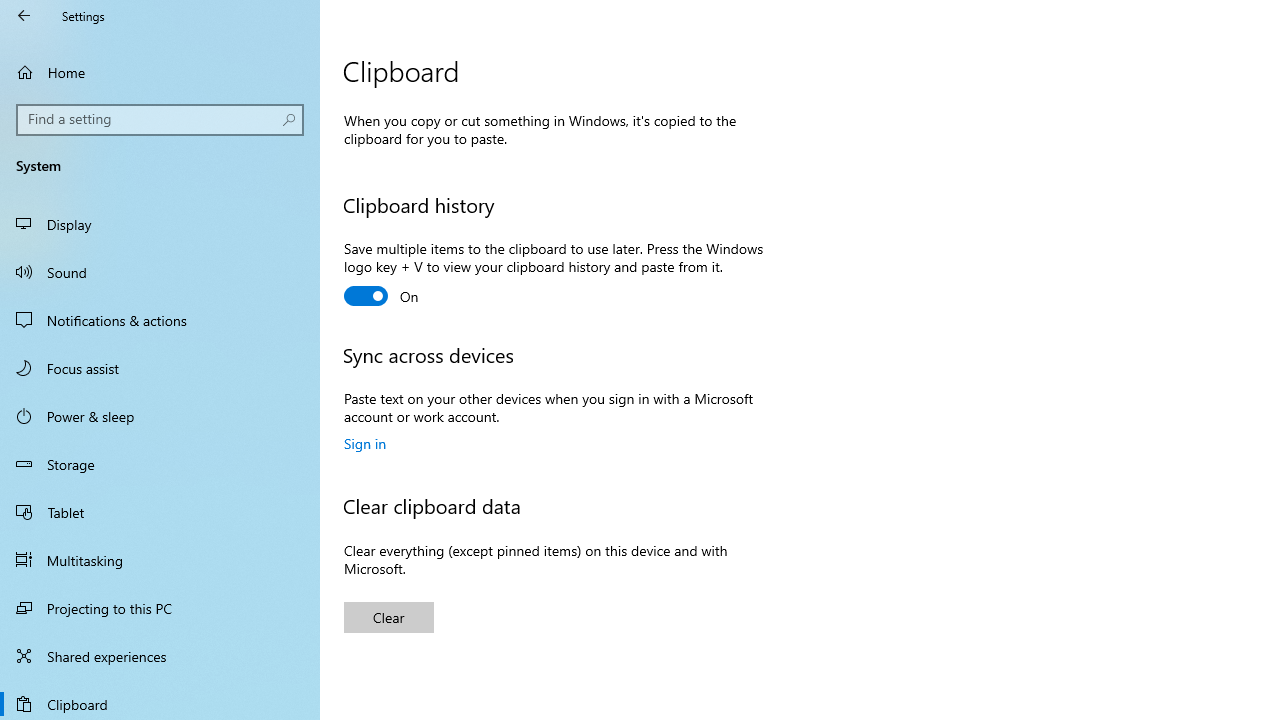  What do you see at coordinates (160, 367) in the screenshot?
I see `'Focus assist'` at bounding box center [160, 367].